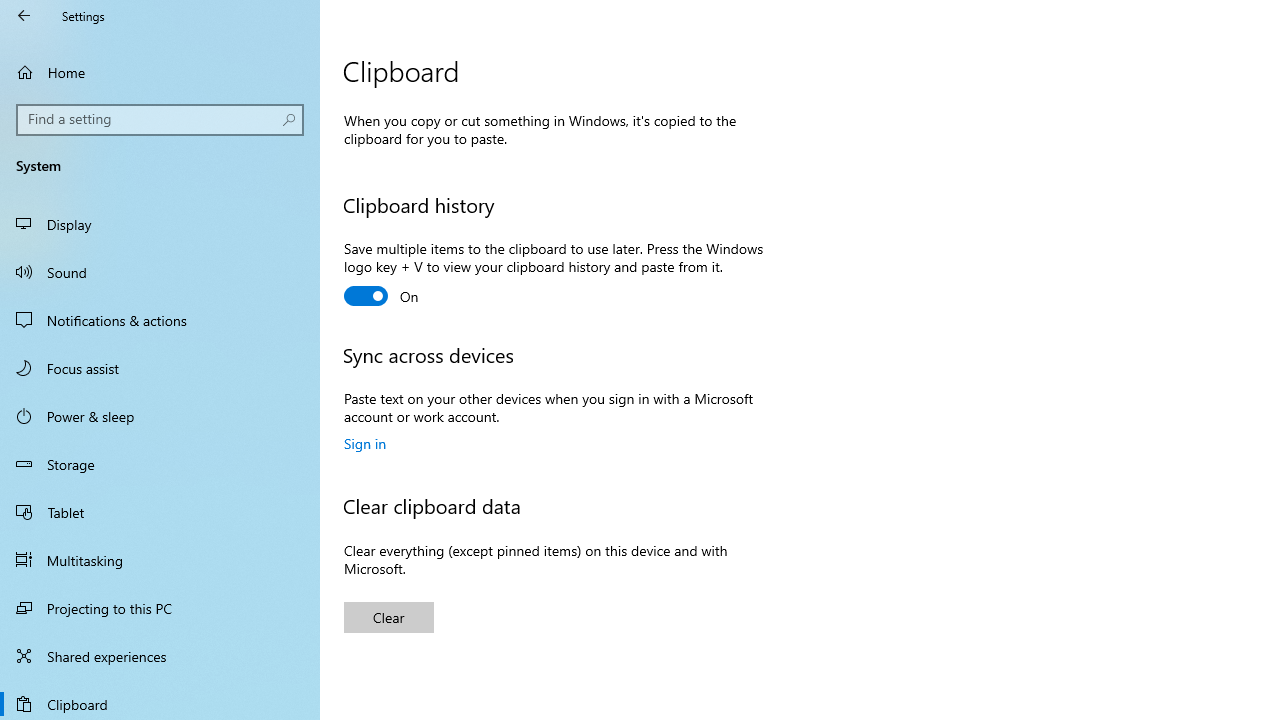  What do you see at coordinates (160, 367) in the screenshot?
I see `'Focus assist'` at bounding box center [160, 367].